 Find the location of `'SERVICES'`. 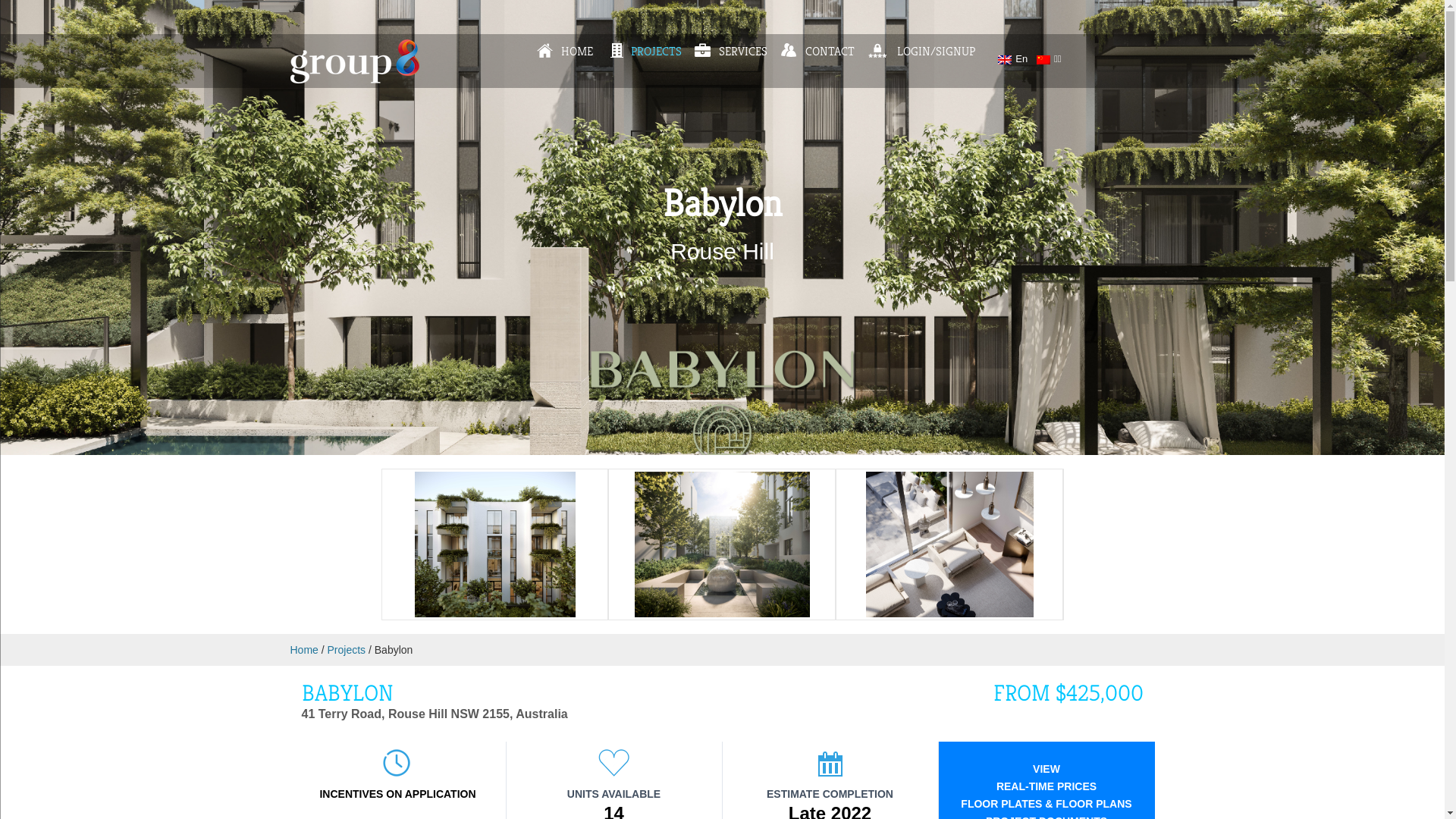

'SERVICES' is located at coordinates (694, 51).